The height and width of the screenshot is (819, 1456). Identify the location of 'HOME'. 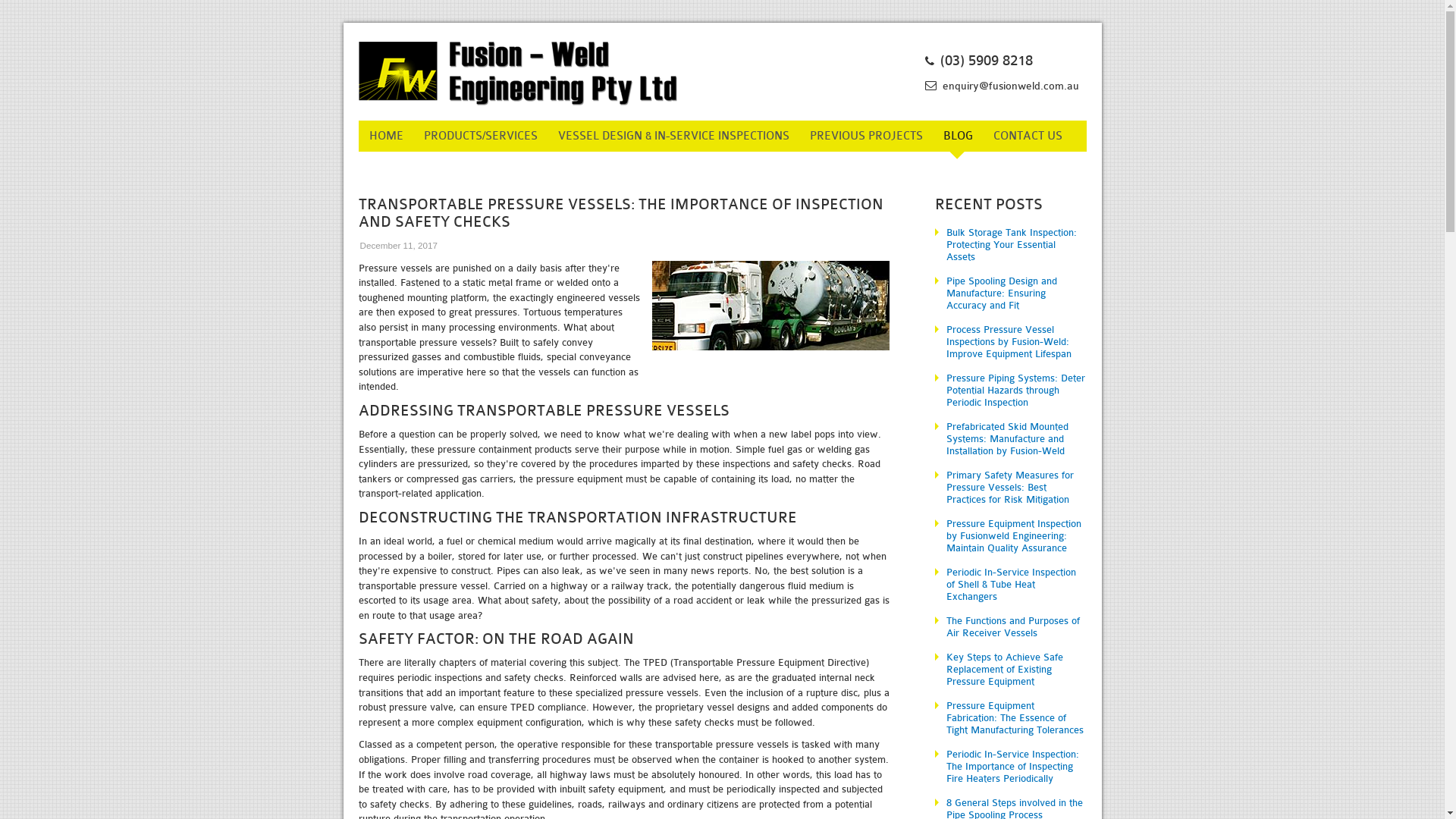
(385, 135).